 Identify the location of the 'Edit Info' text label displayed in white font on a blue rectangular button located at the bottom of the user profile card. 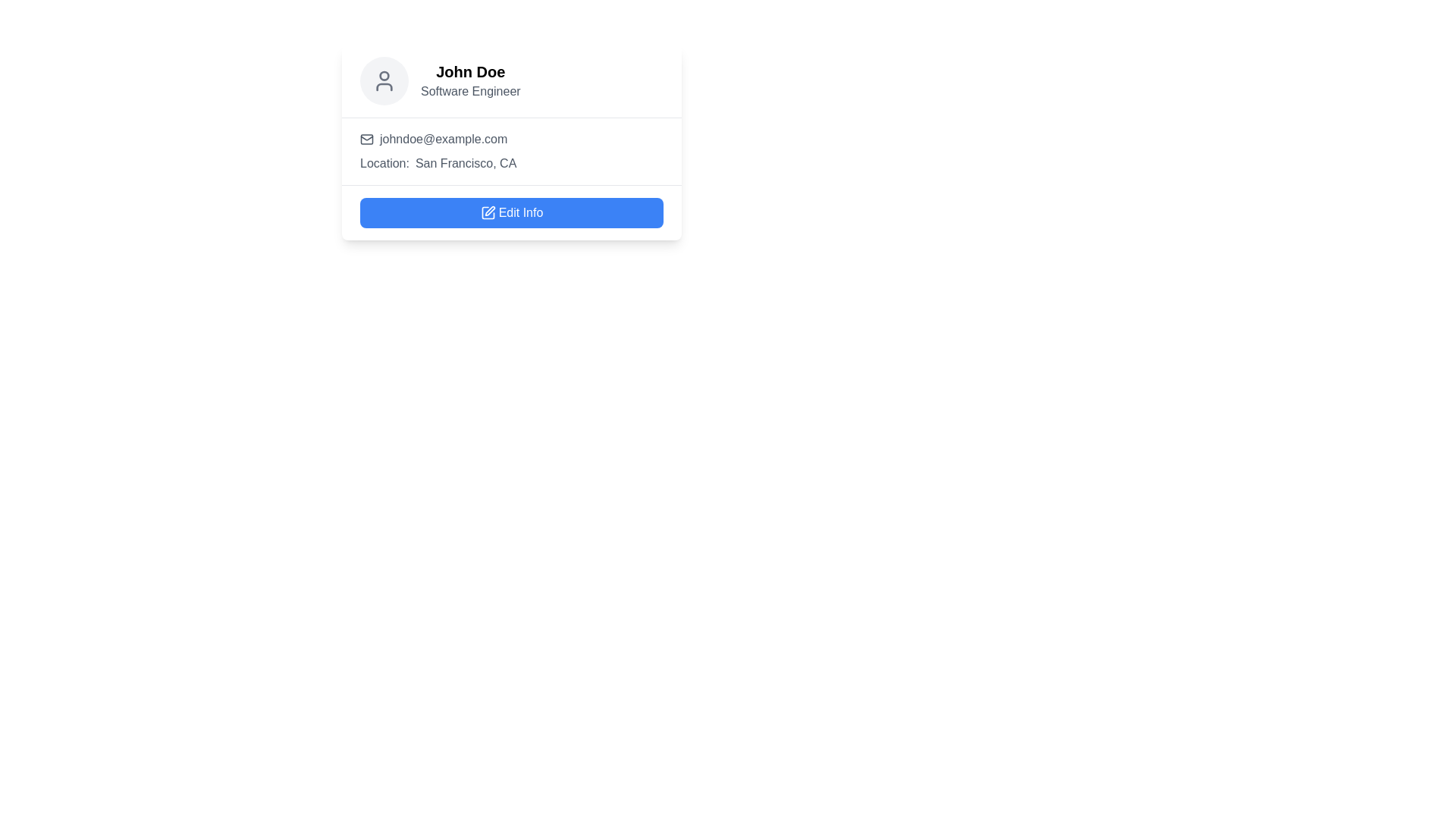
(520, 213).